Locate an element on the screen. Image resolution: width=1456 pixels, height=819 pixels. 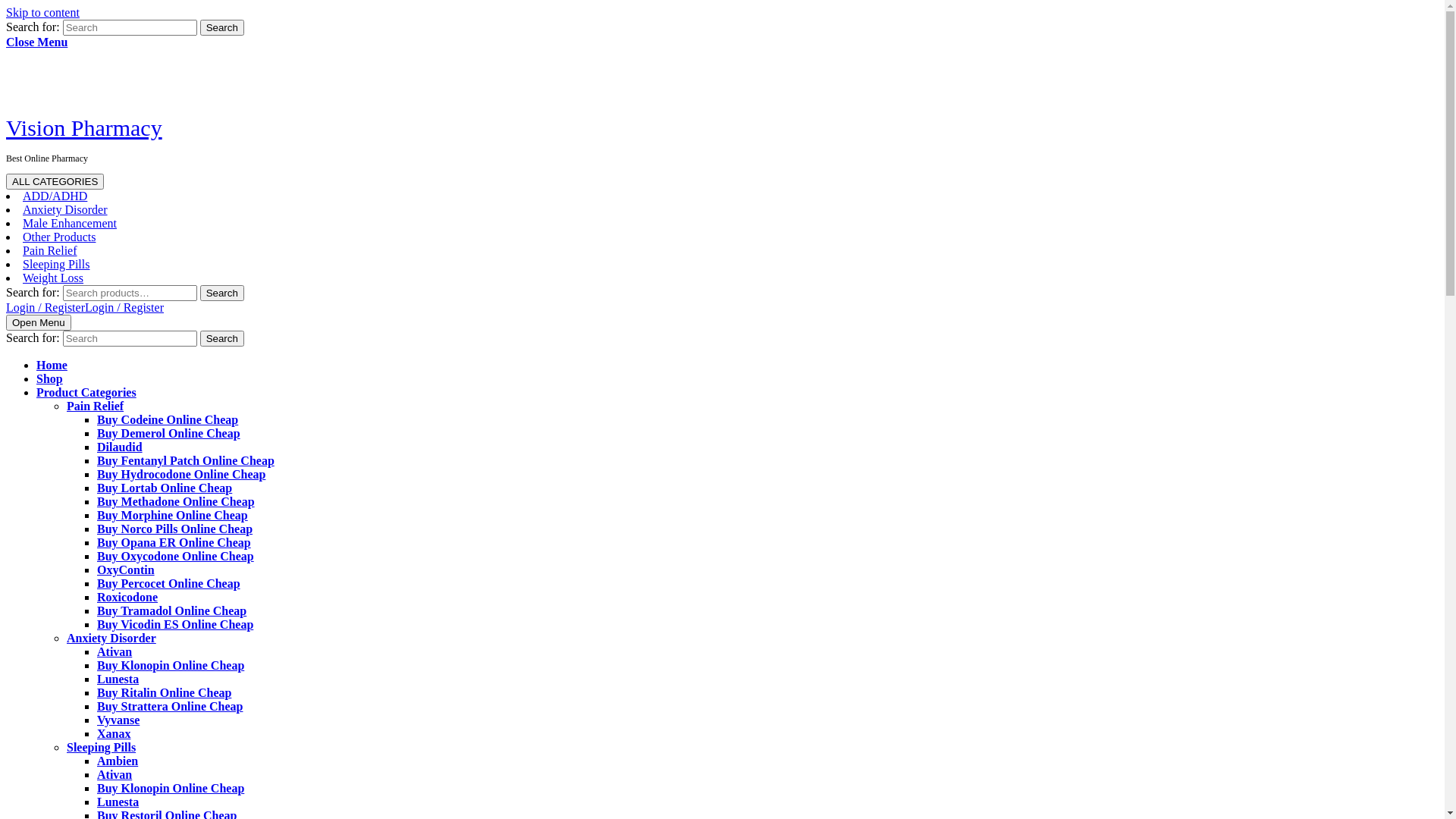
'Vyvanse' is located at coordinates (118, 719).